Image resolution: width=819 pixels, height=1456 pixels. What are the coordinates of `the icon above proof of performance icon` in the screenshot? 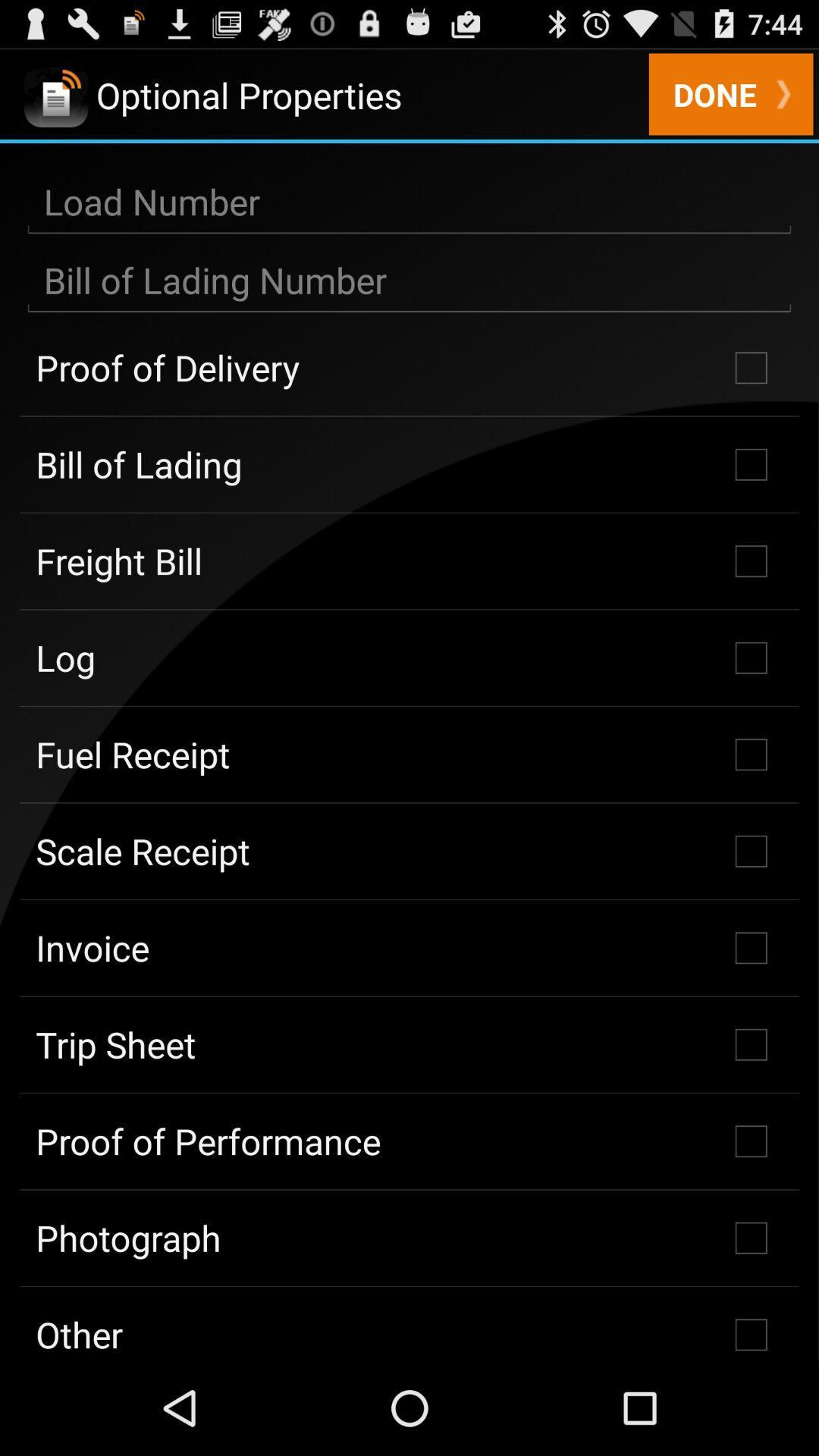 It's located at (409, 1043).